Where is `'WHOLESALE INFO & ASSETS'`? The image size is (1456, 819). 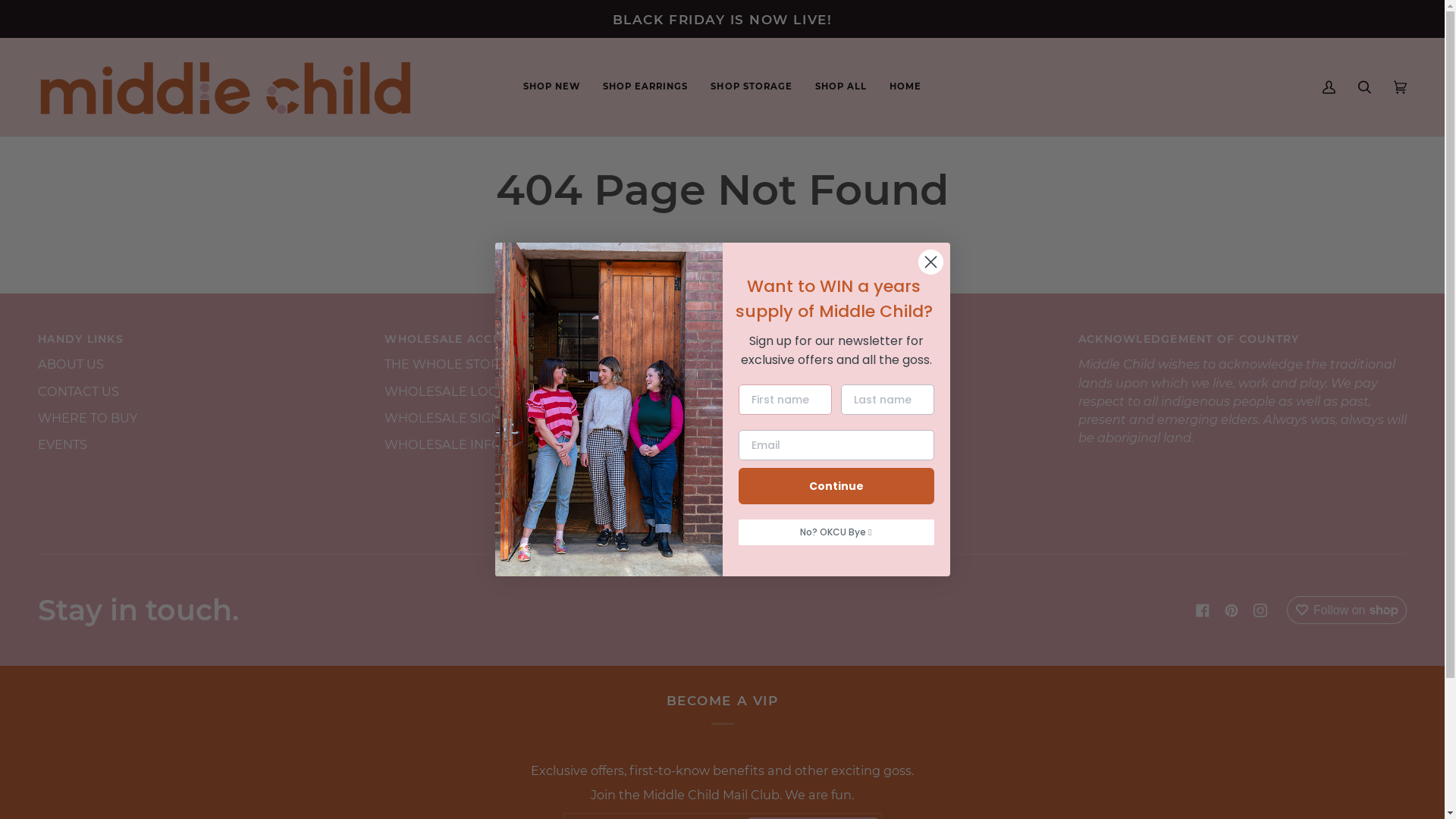
'WHOLESALE INFO & ASSETS' is located at coordinates (472, 444).